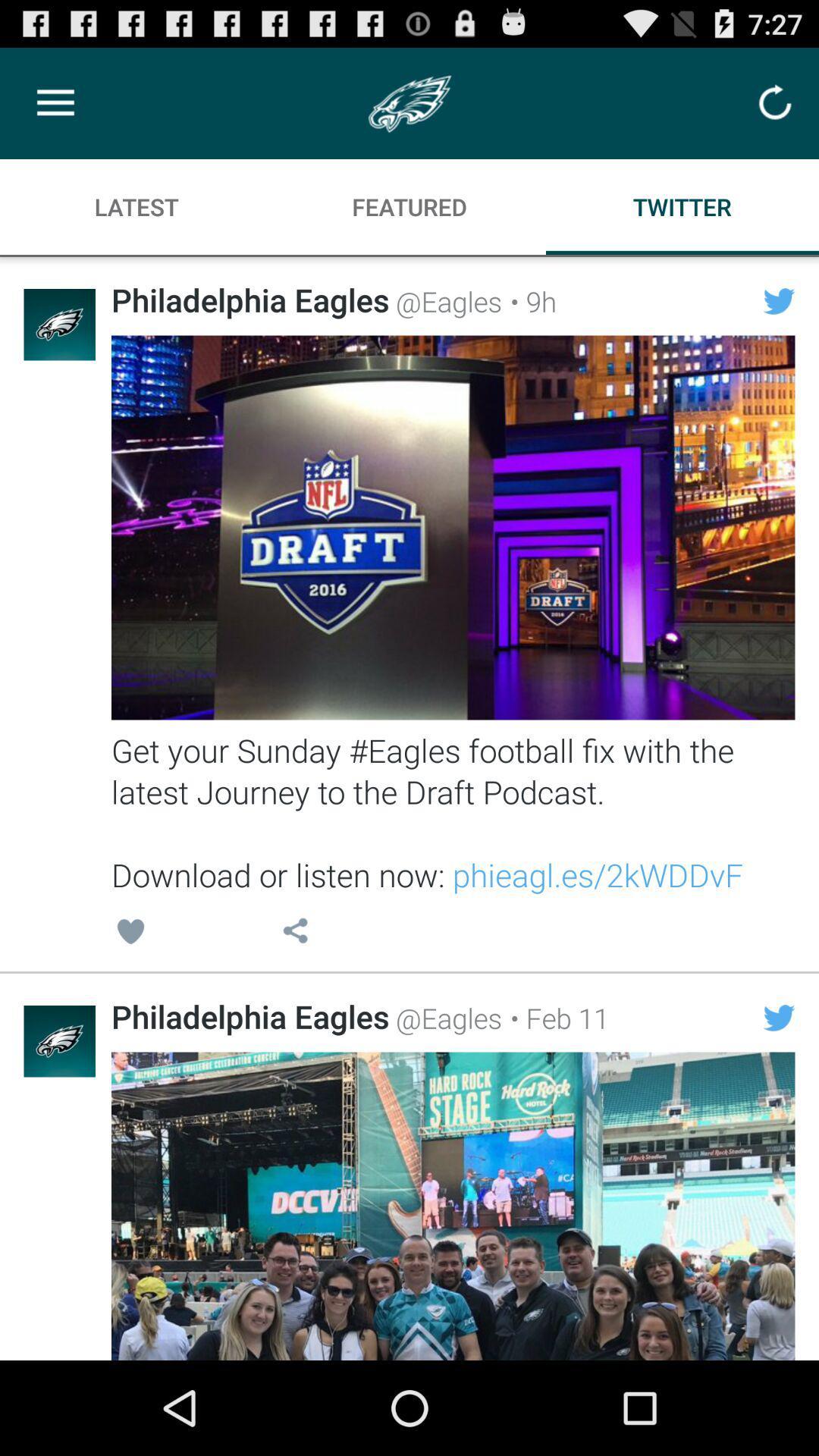 The height and width of the screenshot is (1456, 819). What do you see at coordinates (452, 811) in the screenshot?
I see `get your sunday item` at bounding box center [452, 811].